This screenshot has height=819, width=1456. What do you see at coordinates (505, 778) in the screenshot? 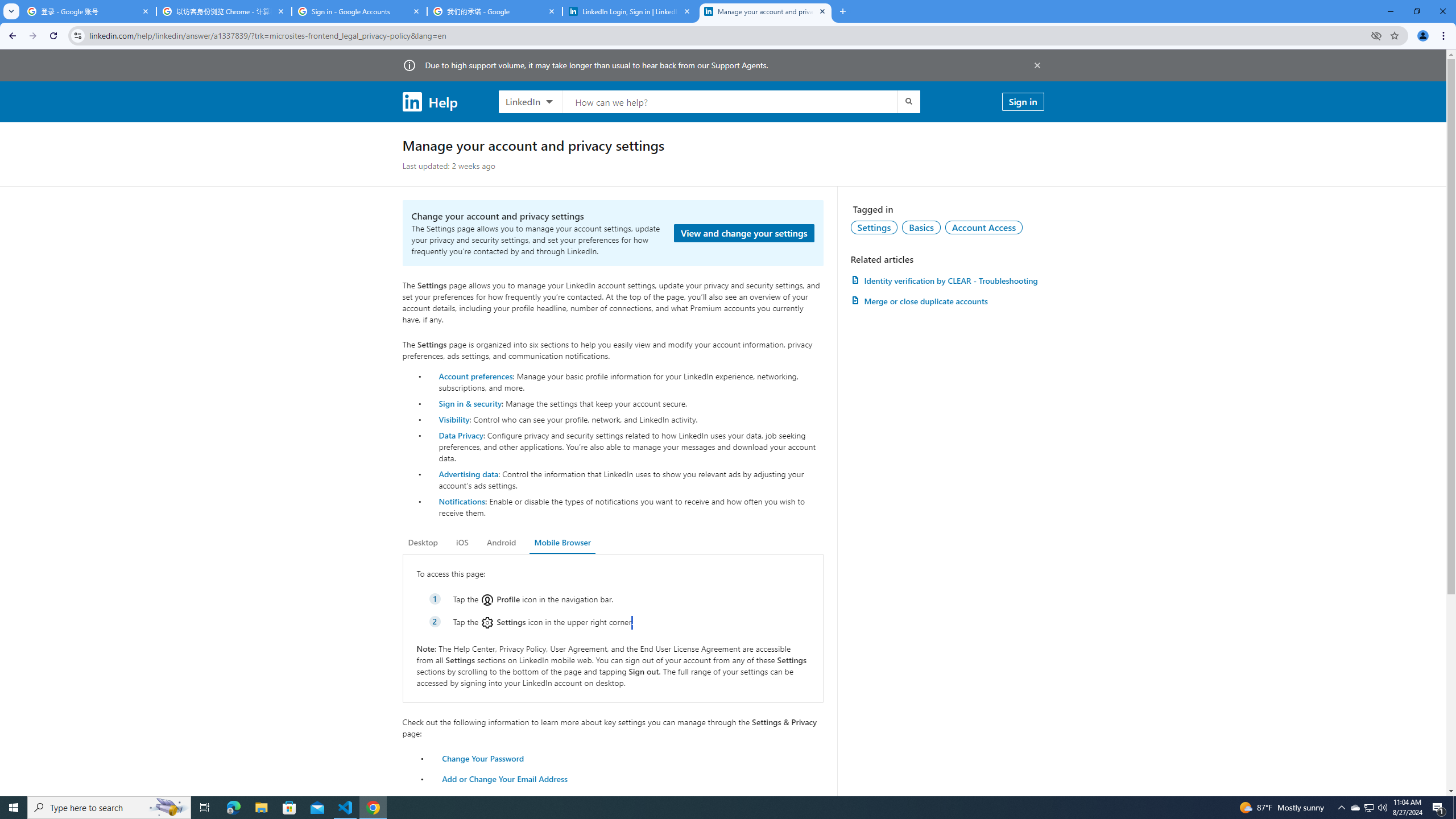
I see `'Add or Change Your Email Address'` at bounding box center [505, 778].